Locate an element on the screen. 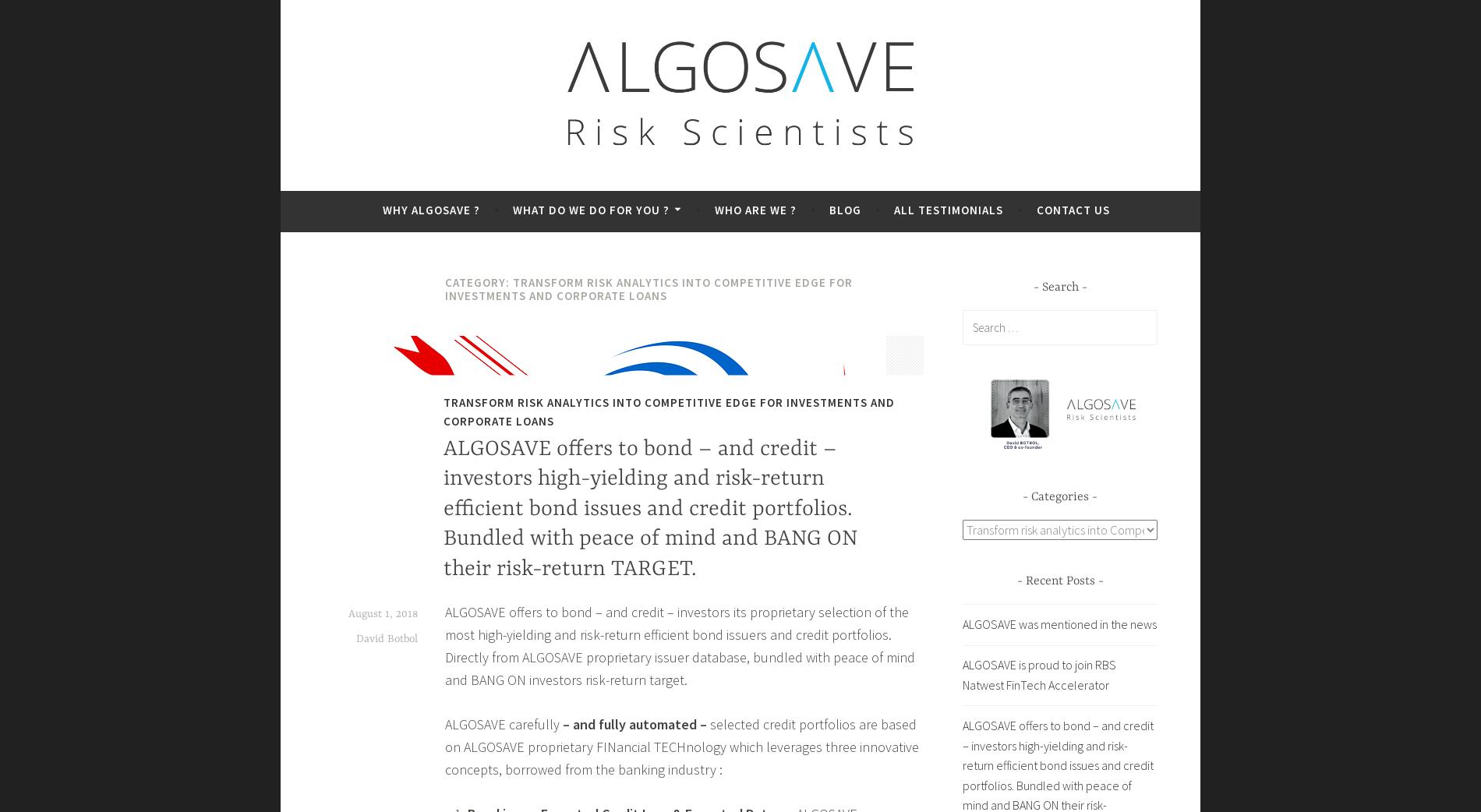  'ALGOSAVE was mentioned in the news' is located at coordinates (1059, 625).